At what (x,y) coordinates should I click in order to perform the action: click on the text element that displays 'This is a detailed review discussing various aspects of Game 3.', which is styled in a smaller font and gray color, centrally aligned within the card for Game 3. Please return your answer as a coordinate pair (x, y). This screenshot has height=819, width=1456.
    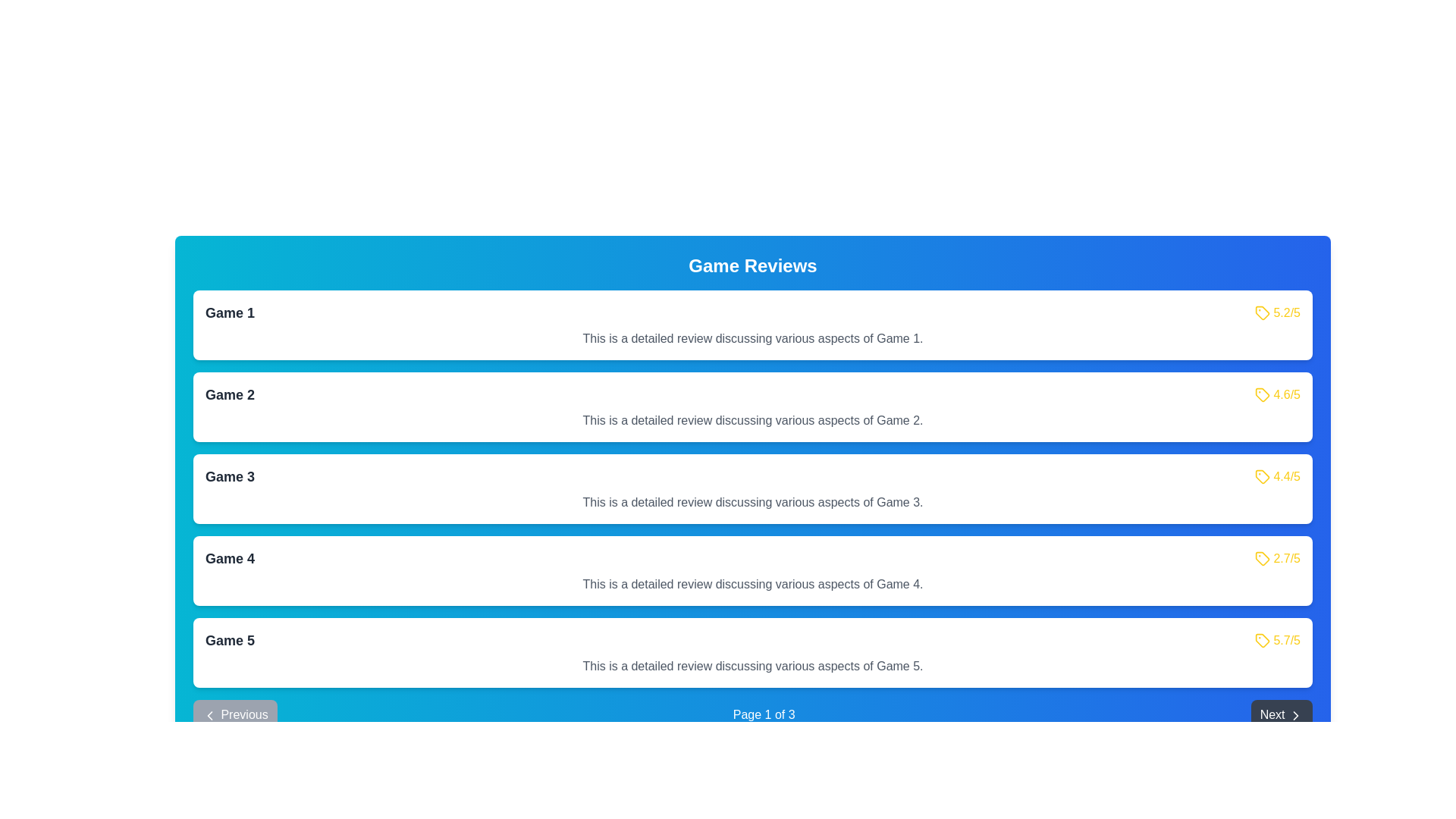
    Looking at the image, I should click on (753, 503).